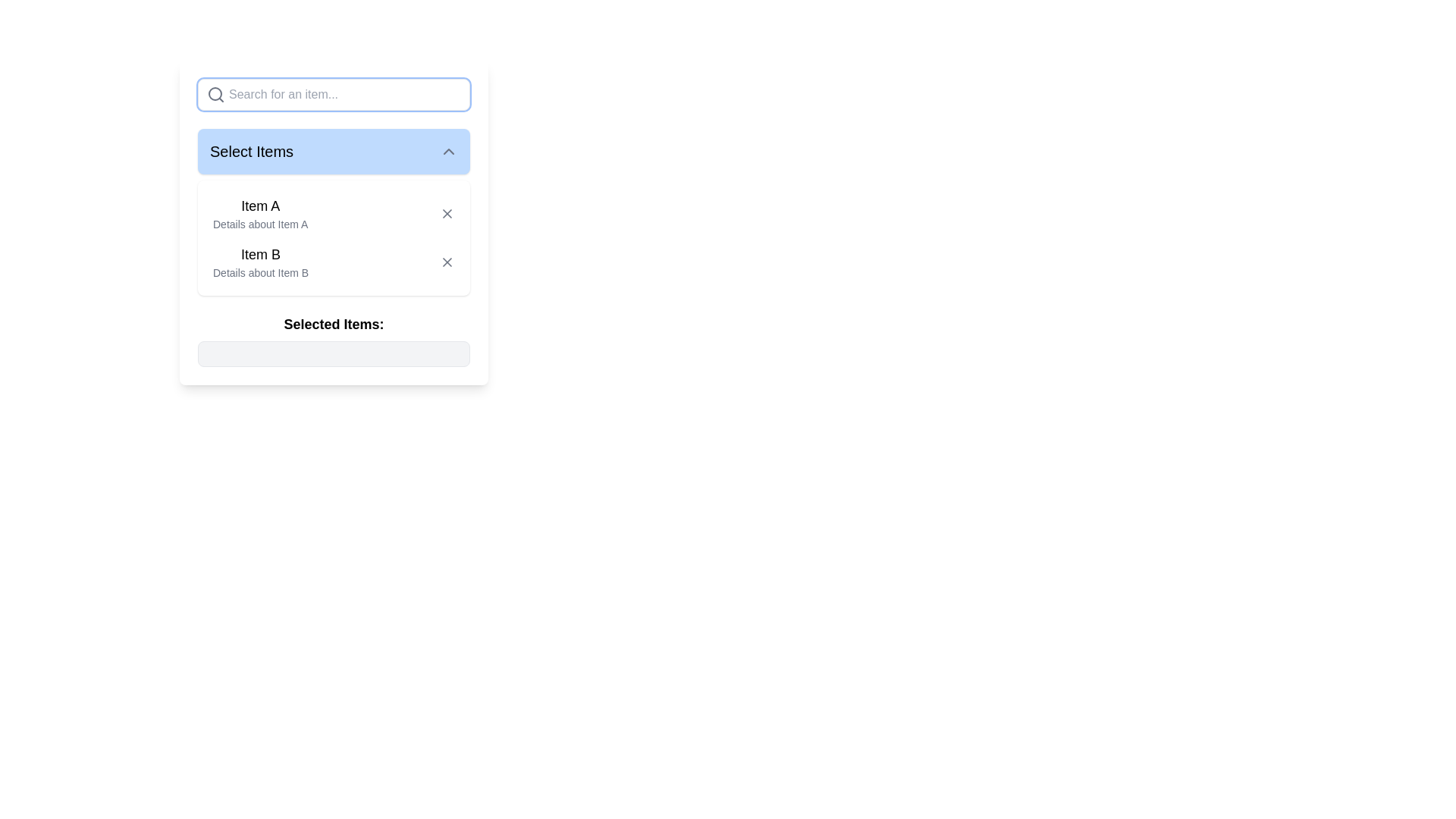 The image size is (1456, 819). What do you see at coordinates (251, 152) in the screenshot?
I see `the text label that indicates the purpose of the dropdown selection, which is positioned within a blue rounded rectangle below the search bar` at bounding box center [251, 152].